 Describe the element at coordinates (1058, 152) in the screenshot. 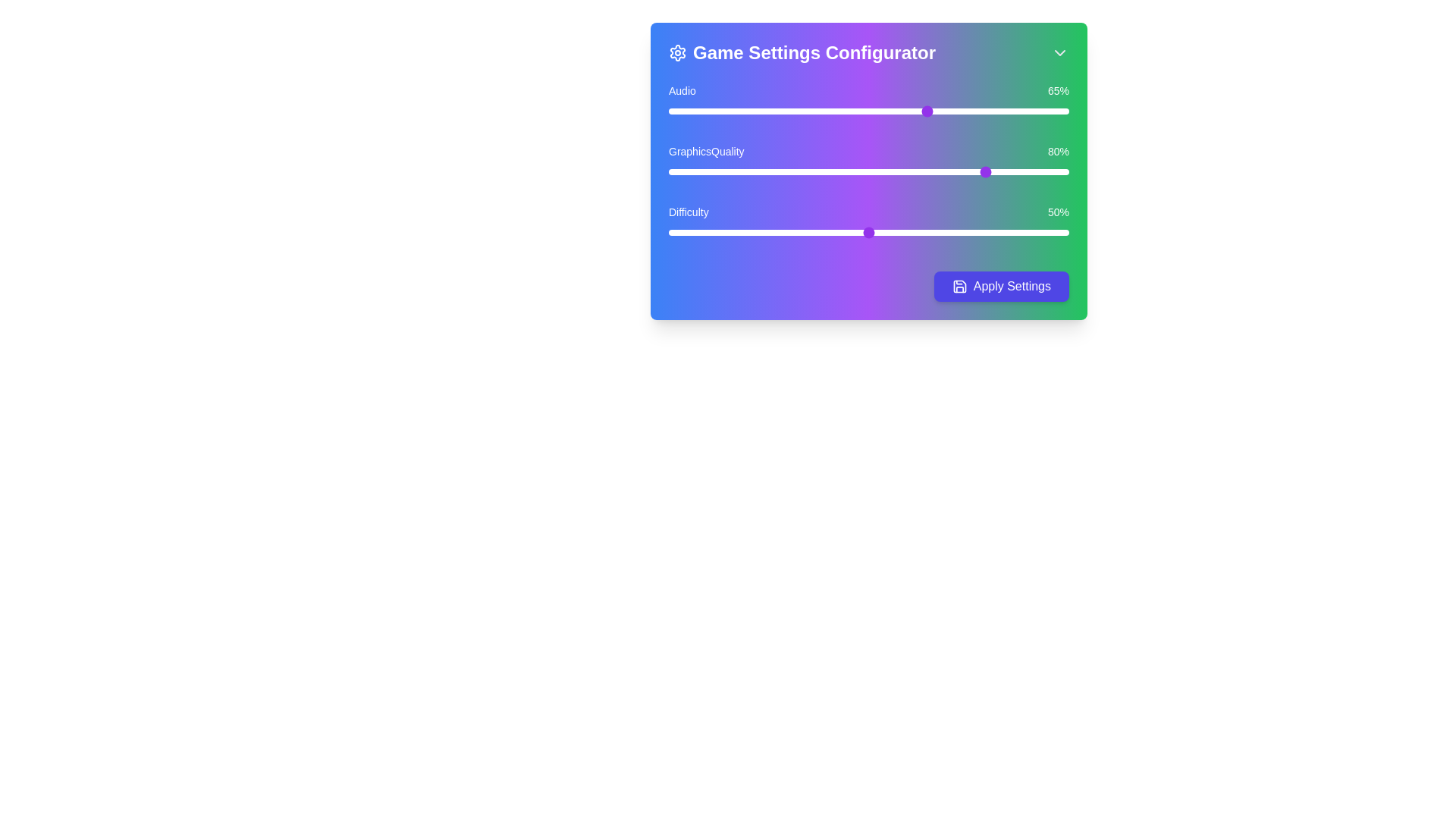

I see `the Text Label that displays the current graphics quality level percentage, located in the 'GraphicsQuality' row, to the right of the text 'GraphicsQuality'` at that location.